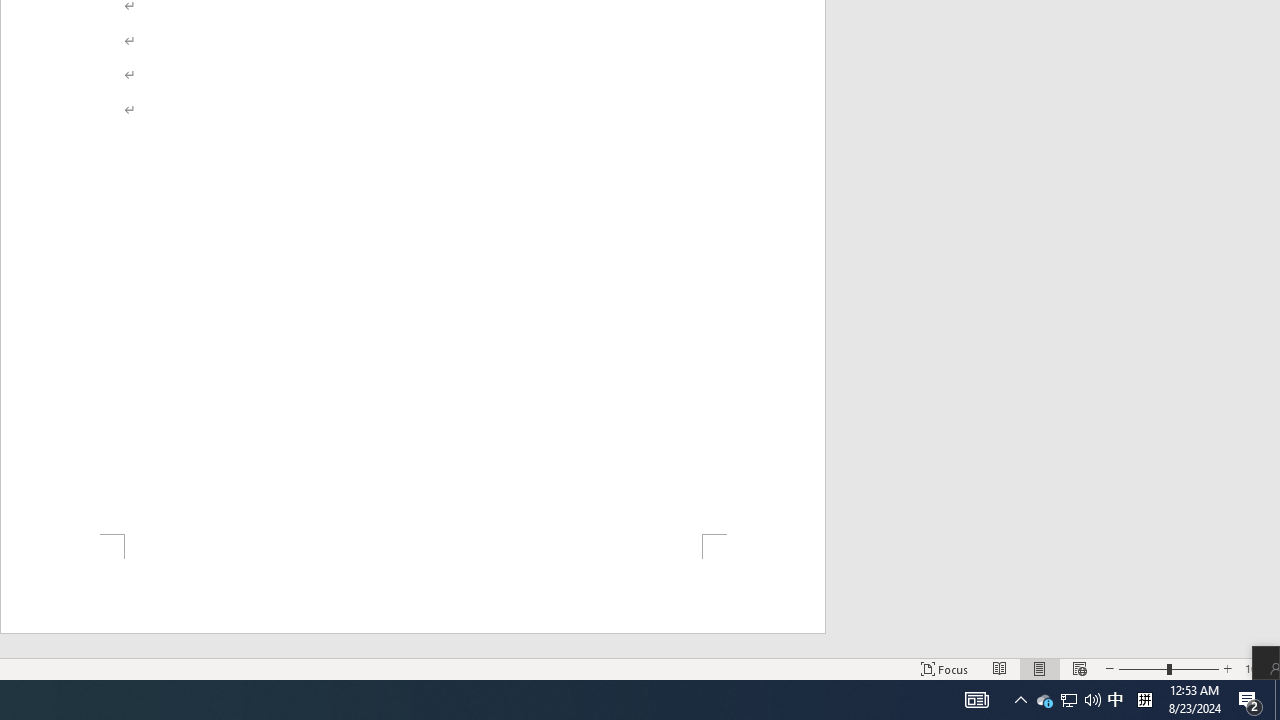 The width and height of the screenshot is (1280, 720). What do you see at coordinates (1040, 669) in the screenshot?
I see `'Print Layout'` at bounding box center [1040, 669].